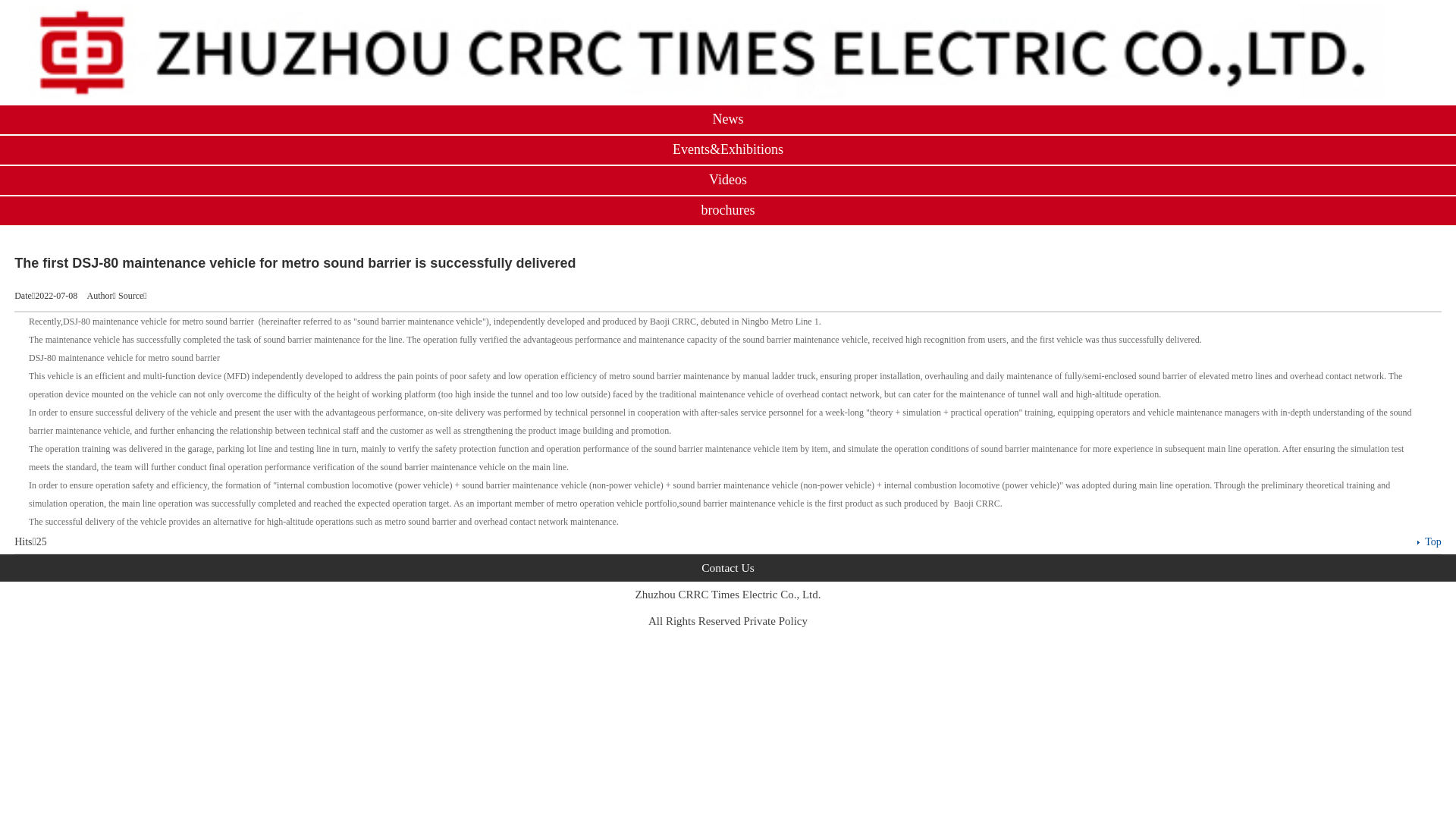  I want to click on 'Contact Us', so click(728, 567).